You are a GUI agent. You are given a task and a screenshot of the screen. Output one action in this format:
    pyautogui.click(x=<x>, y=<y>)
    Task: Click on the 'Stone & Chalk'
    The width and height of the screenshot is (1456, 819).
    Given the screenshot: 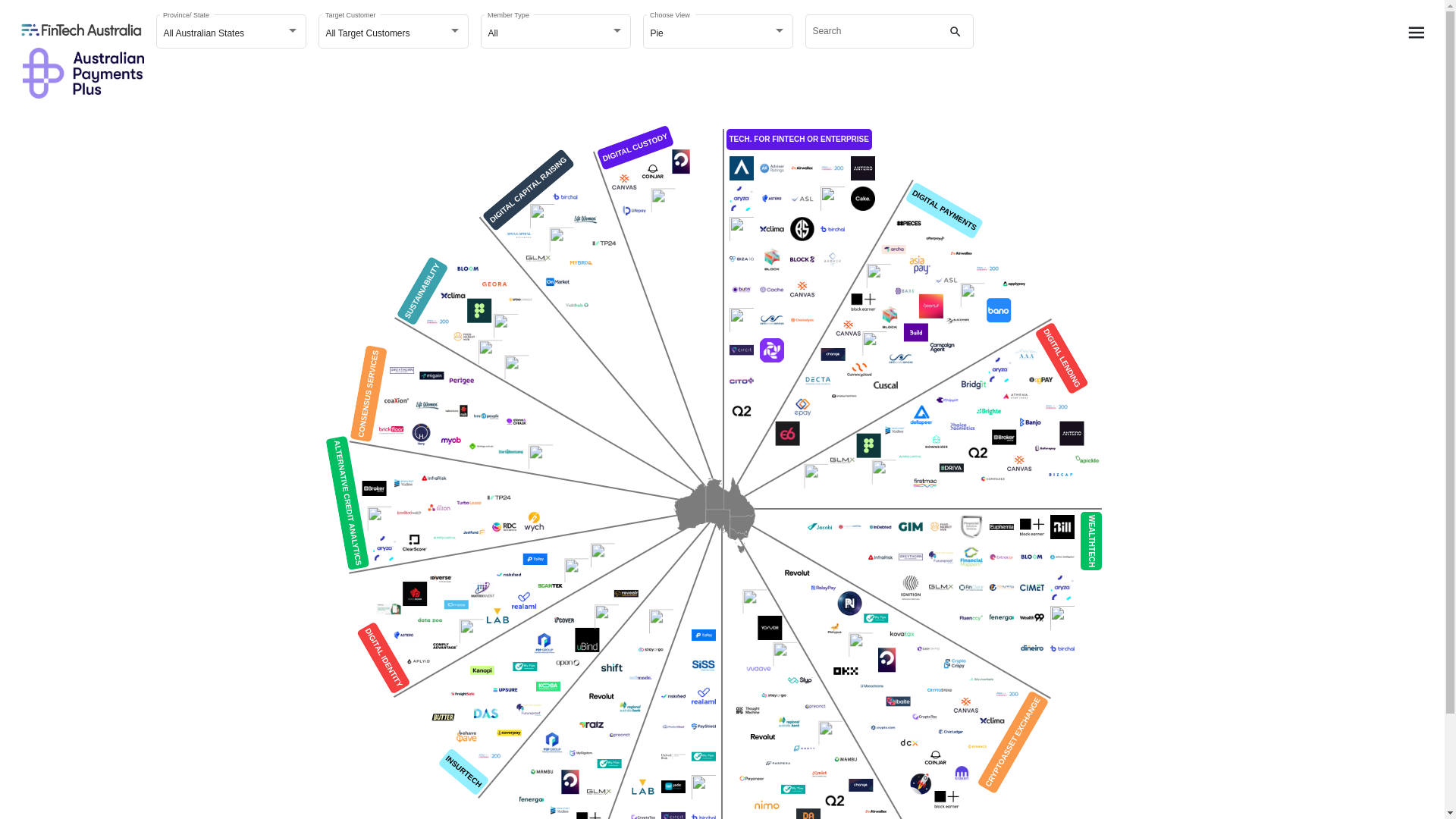 What is the action you would take?
    pyautogui.click(x=500, y=421)
    